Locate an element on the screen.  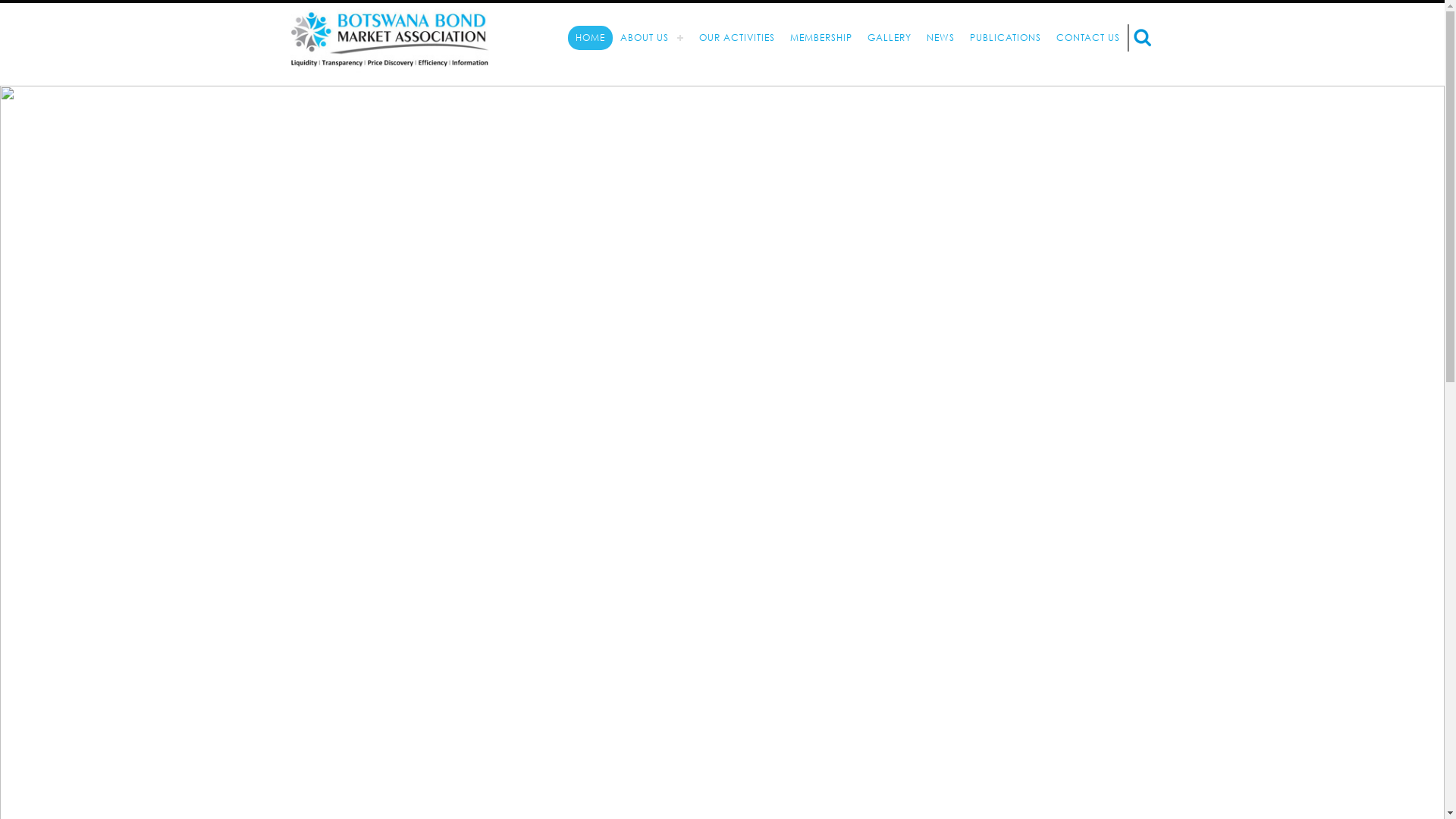
'GALLERY' is located at coordinates (889, 37).